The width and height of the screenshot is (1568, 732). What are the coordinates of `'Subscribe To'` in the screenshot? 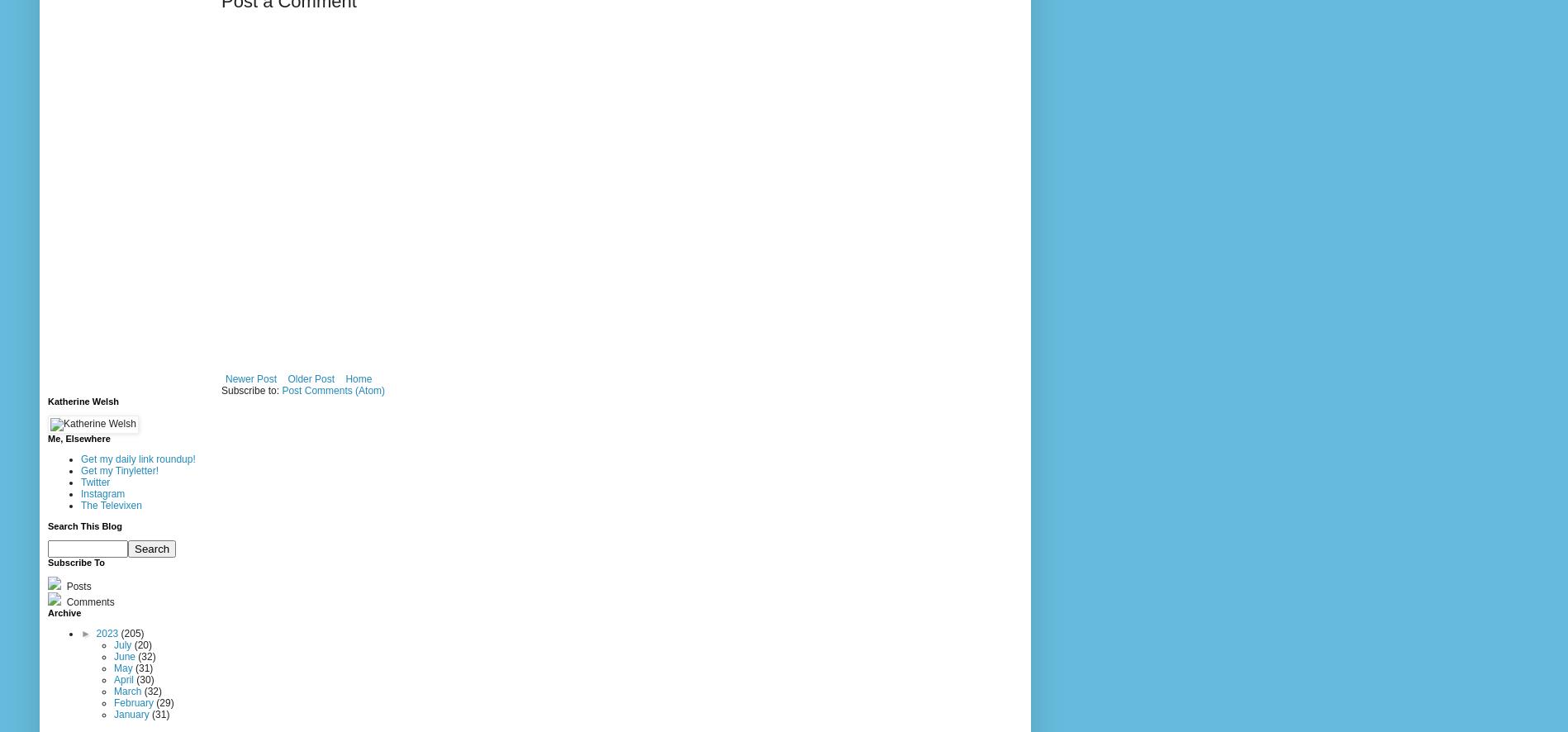 It's located at (48, 561).